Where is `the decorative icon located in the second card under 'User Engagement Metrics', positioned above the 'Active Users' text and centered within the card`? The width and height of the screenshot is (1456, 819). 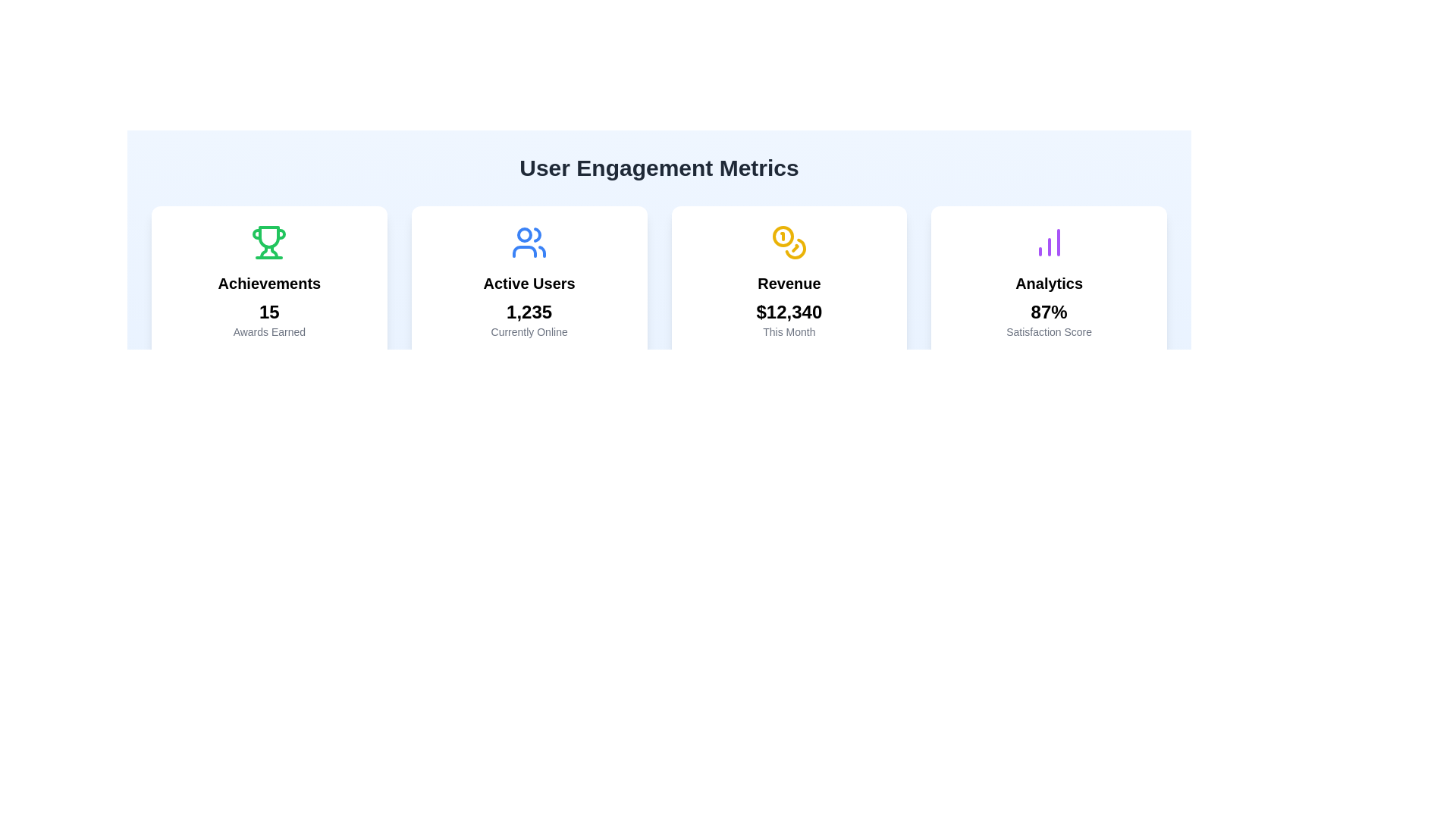
the decorative icon located in the second card under 'User Engagement Metrics', positioned above the 'Active Users' text and centered within the card is located at coordinates (529, 242).